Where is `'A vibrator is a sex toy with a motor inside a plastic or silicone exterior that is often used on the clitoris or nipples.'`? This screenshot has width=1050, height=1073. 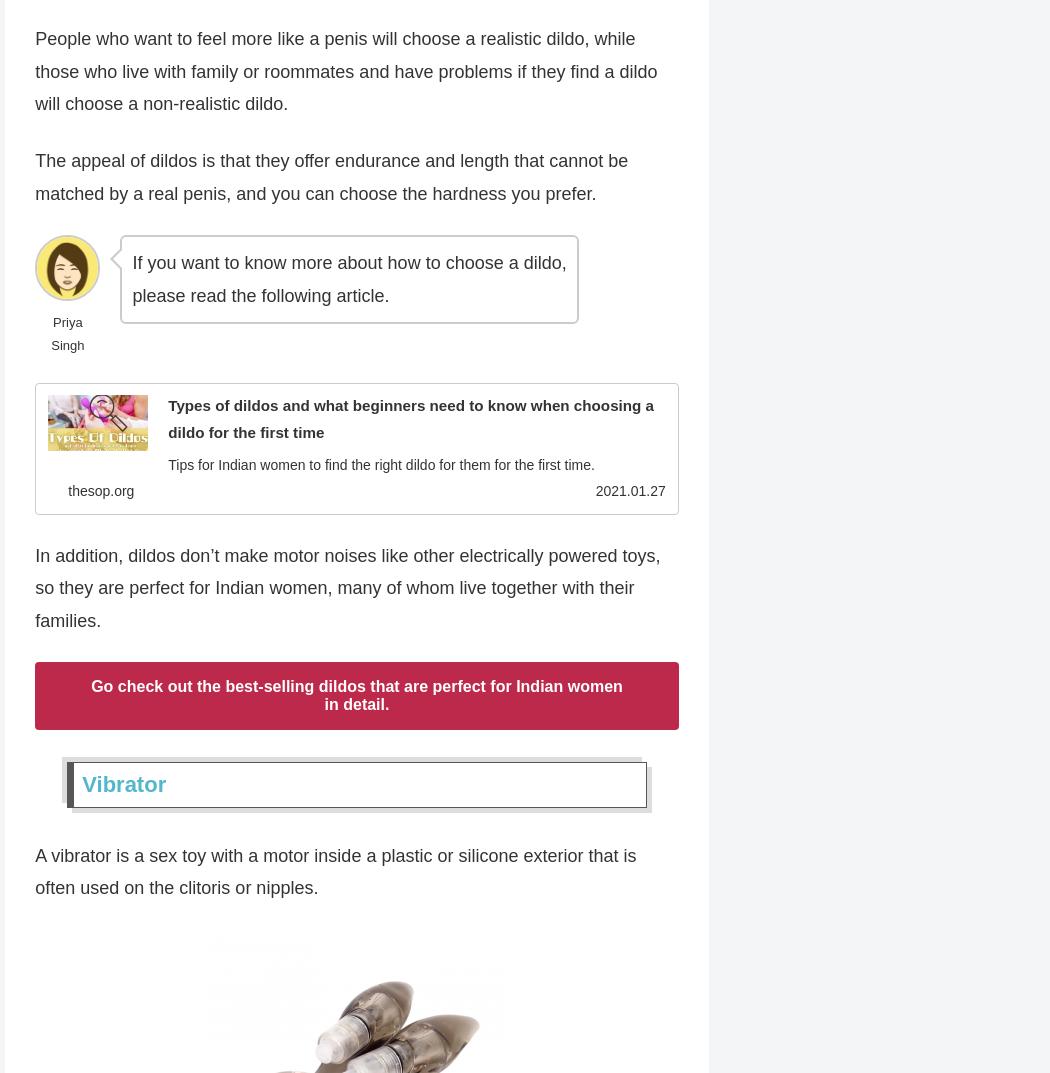 'A vibrator is a sex toy with a motor inside a plastic or silicone exterior that is often used on the clitoris or nipples.' is located at coordinates (34, 872).